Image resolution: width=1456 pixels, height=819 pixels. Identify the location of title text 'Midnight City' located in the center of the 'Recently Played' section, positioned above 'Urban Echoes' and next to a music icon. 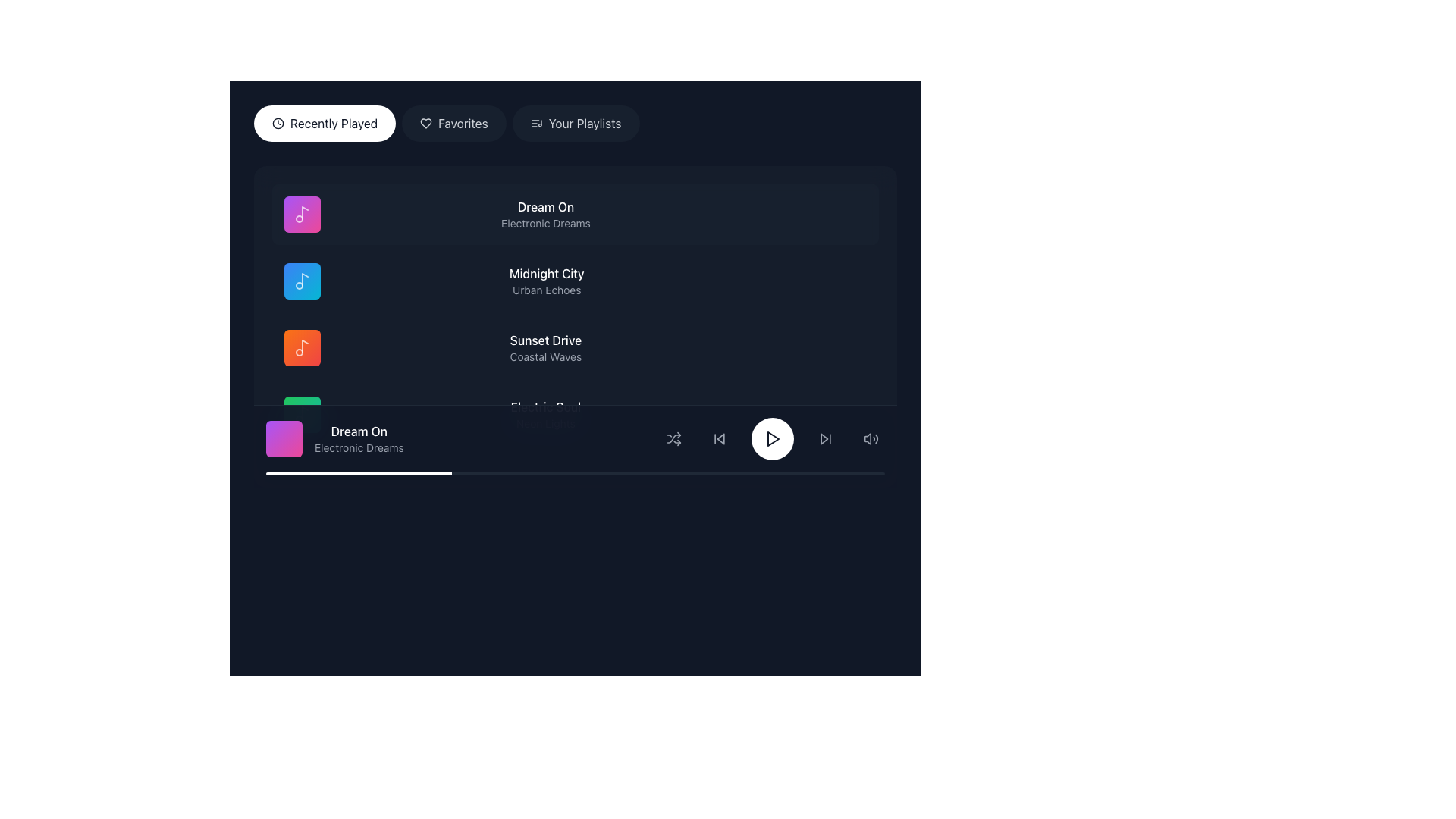
(546, 274).